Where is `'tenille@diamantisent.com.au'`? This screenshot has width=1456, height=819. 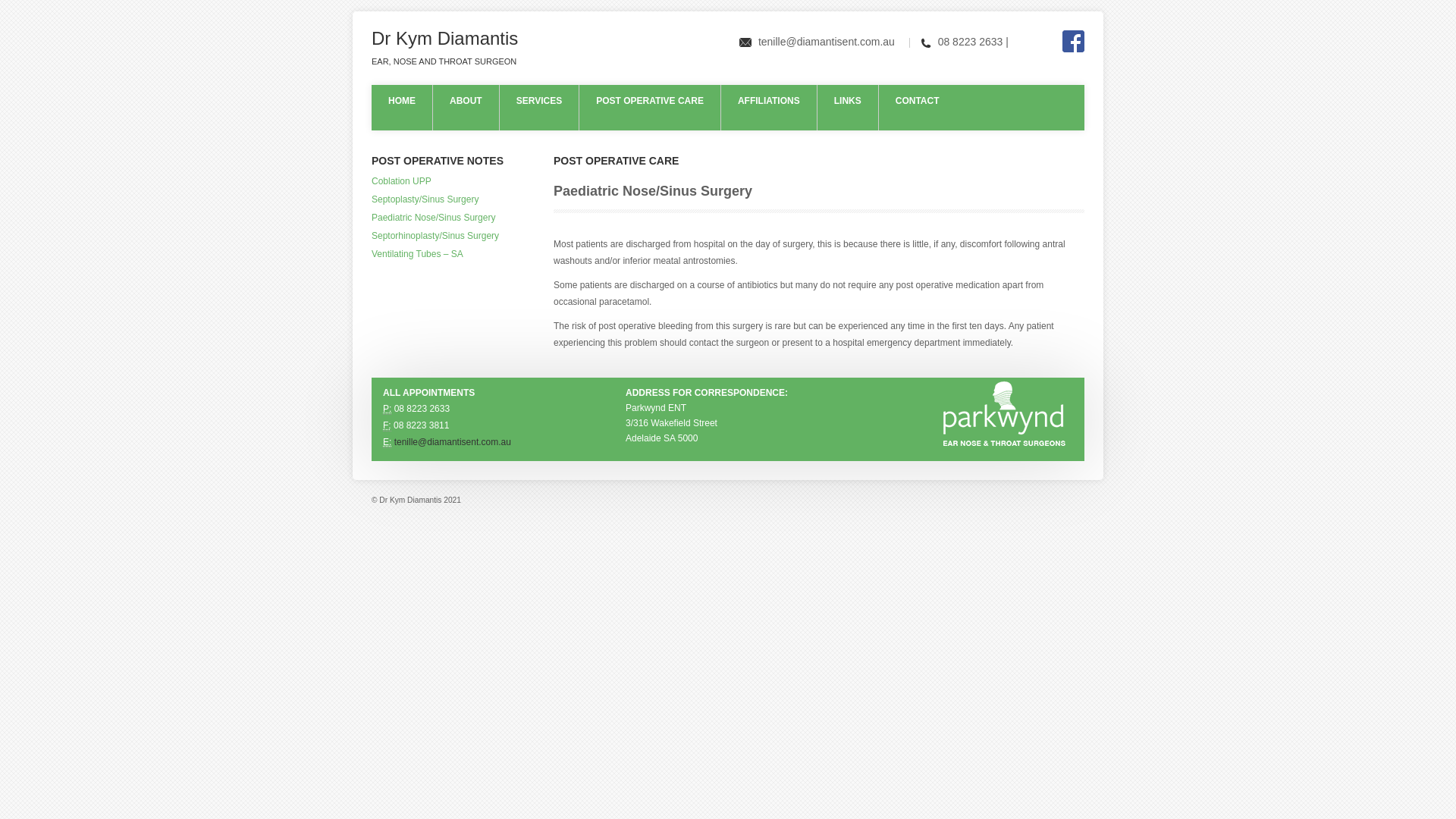 'tenille@diamantisent.com.au' is located at coordinates (451, 441).